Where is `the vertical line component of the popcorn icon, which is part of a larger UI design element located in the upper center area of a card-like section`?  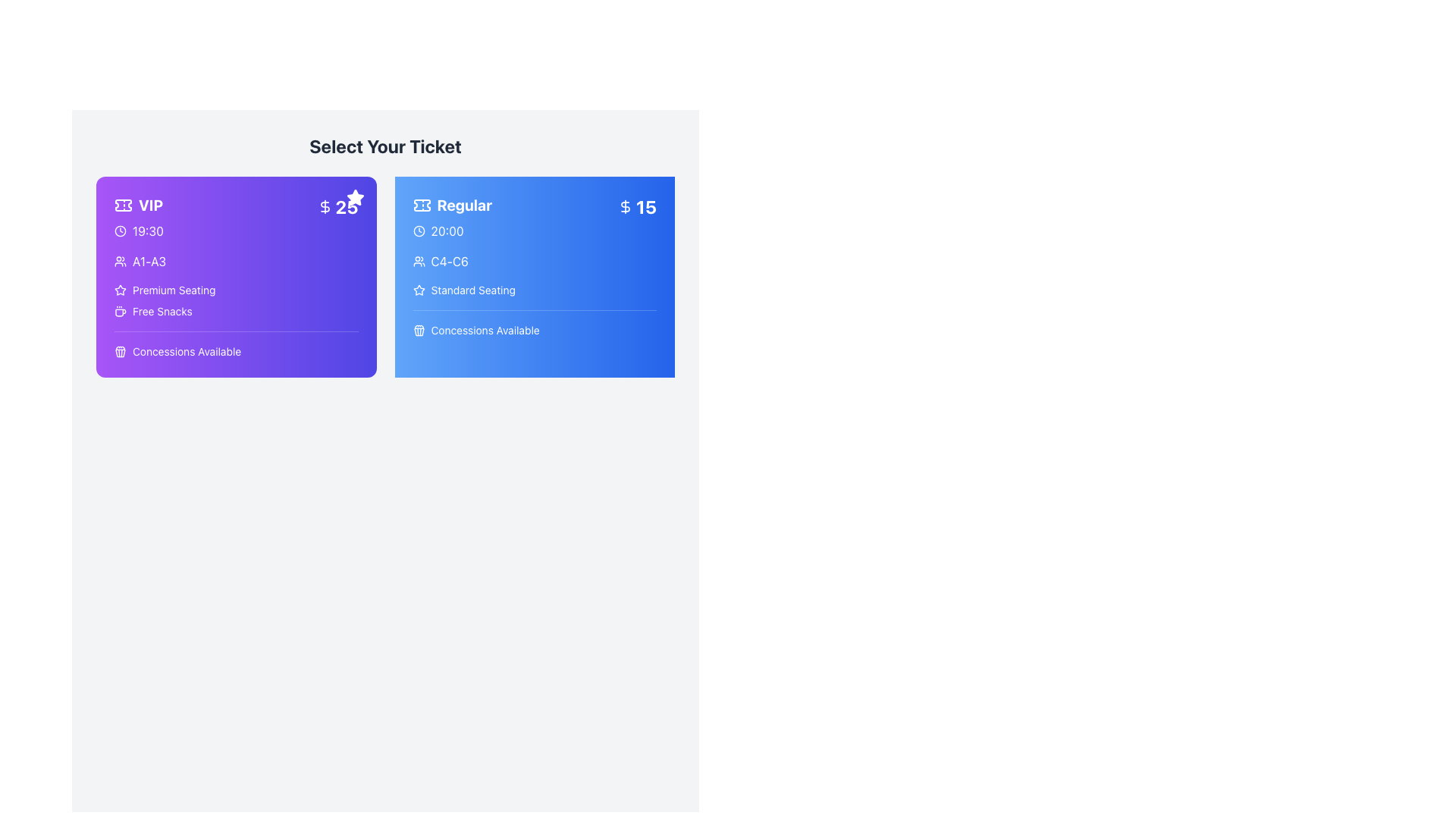 the vertical line component of the popcorn icon, which is part of a larger UI design element located in the upper center area of a card-like section is located at coordinates (118, 353).